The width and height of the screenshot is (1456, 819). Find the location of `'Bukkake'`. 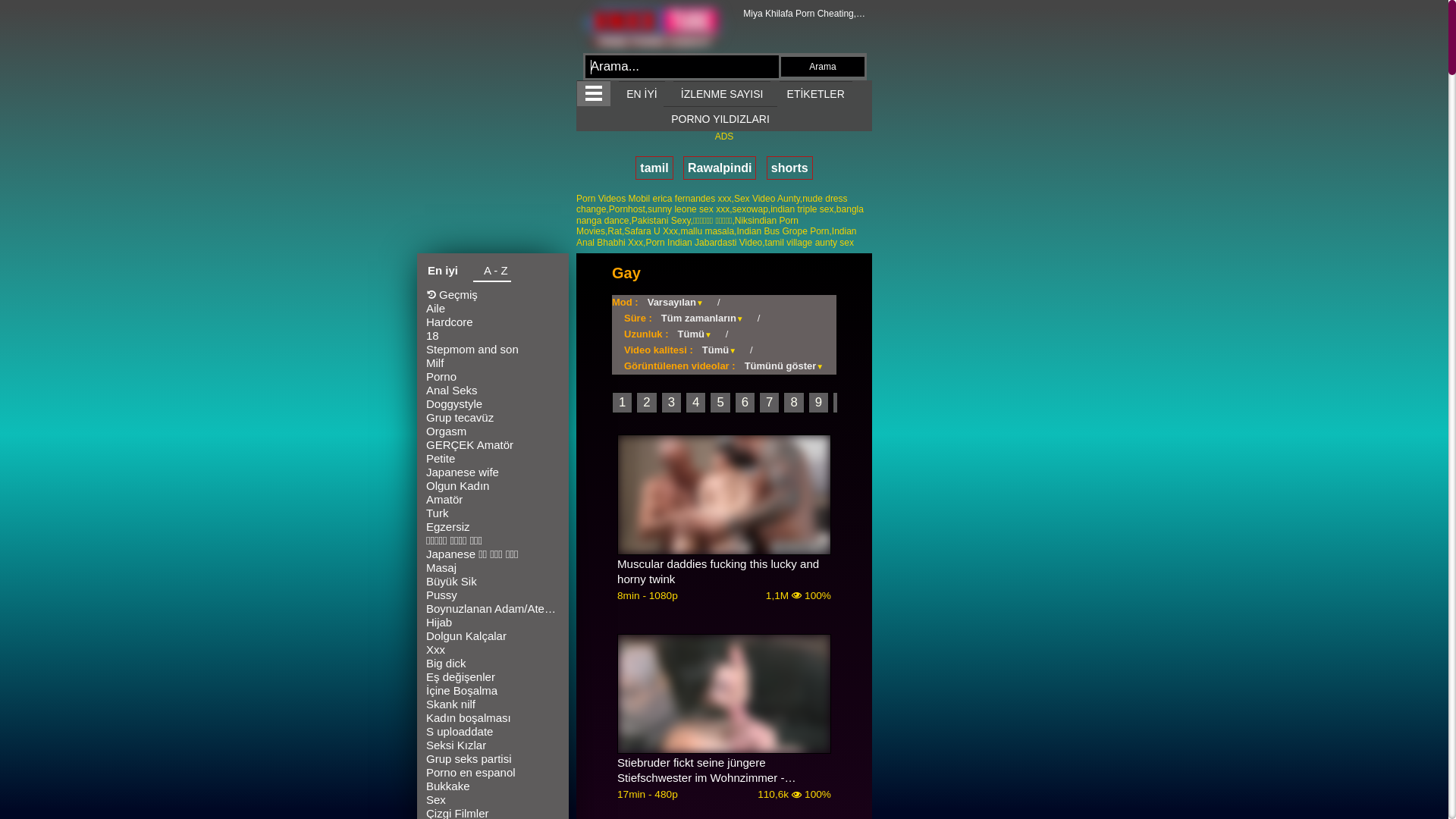

'Bukkake' is located at coordinates (425, 786).